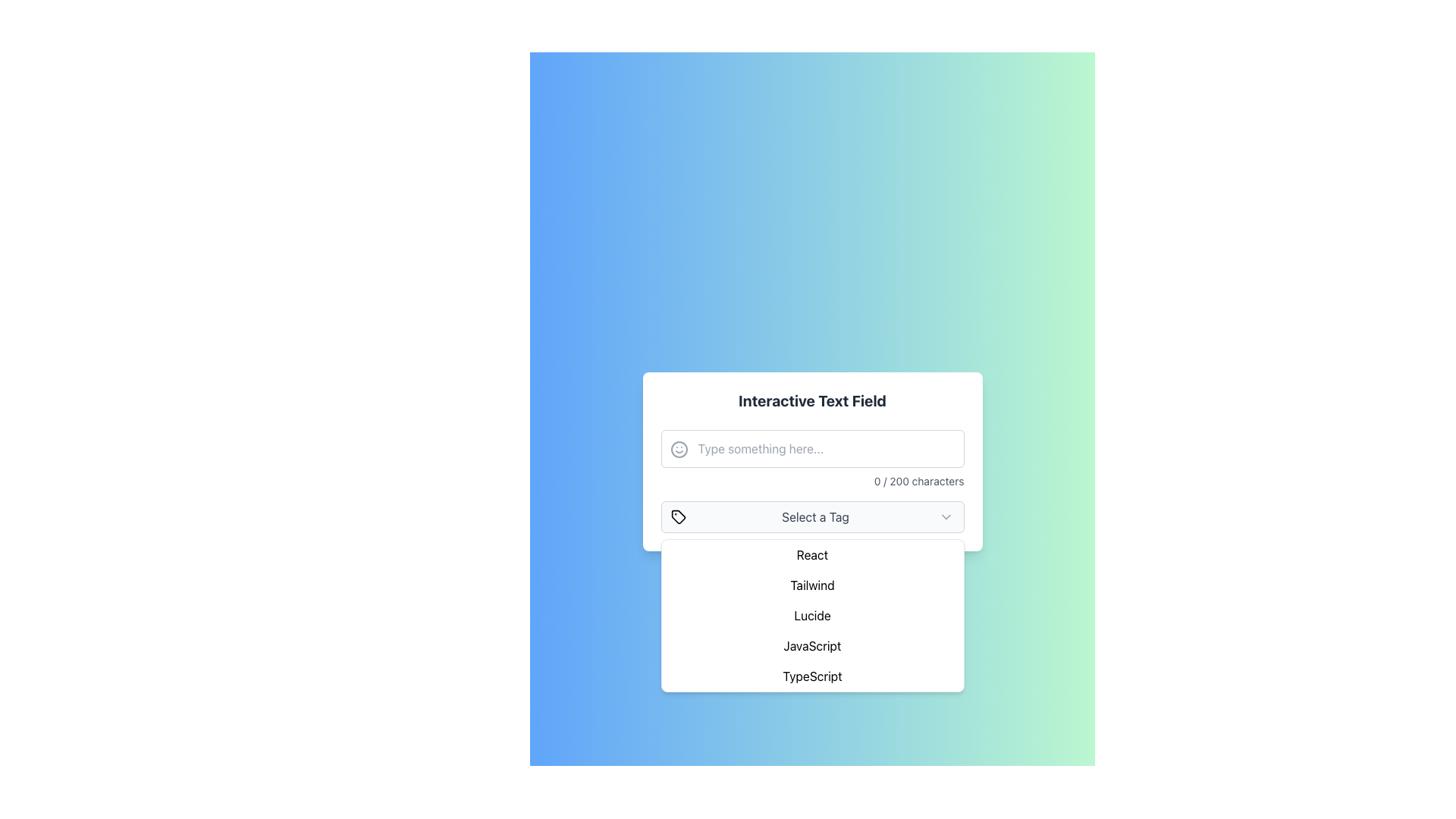 The width and height of the screenshot is (1456, 819). Describe the element at coordinates (811, 616) in the screenshot. I see `the third item in the dropdown list` at that location.